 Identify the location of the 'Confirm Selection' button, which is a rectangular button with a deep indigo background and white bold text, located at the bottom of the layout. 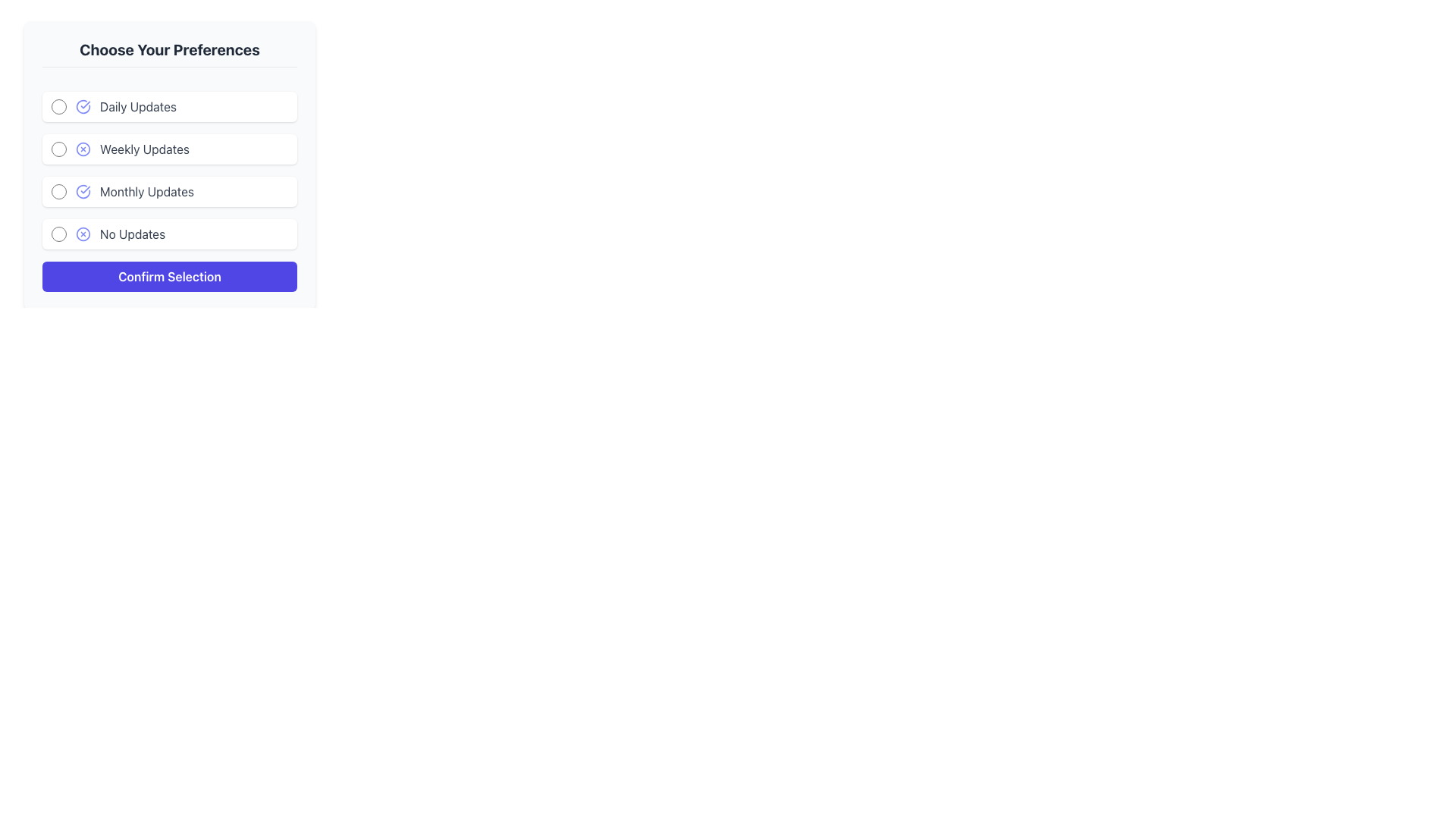
(170, 277).